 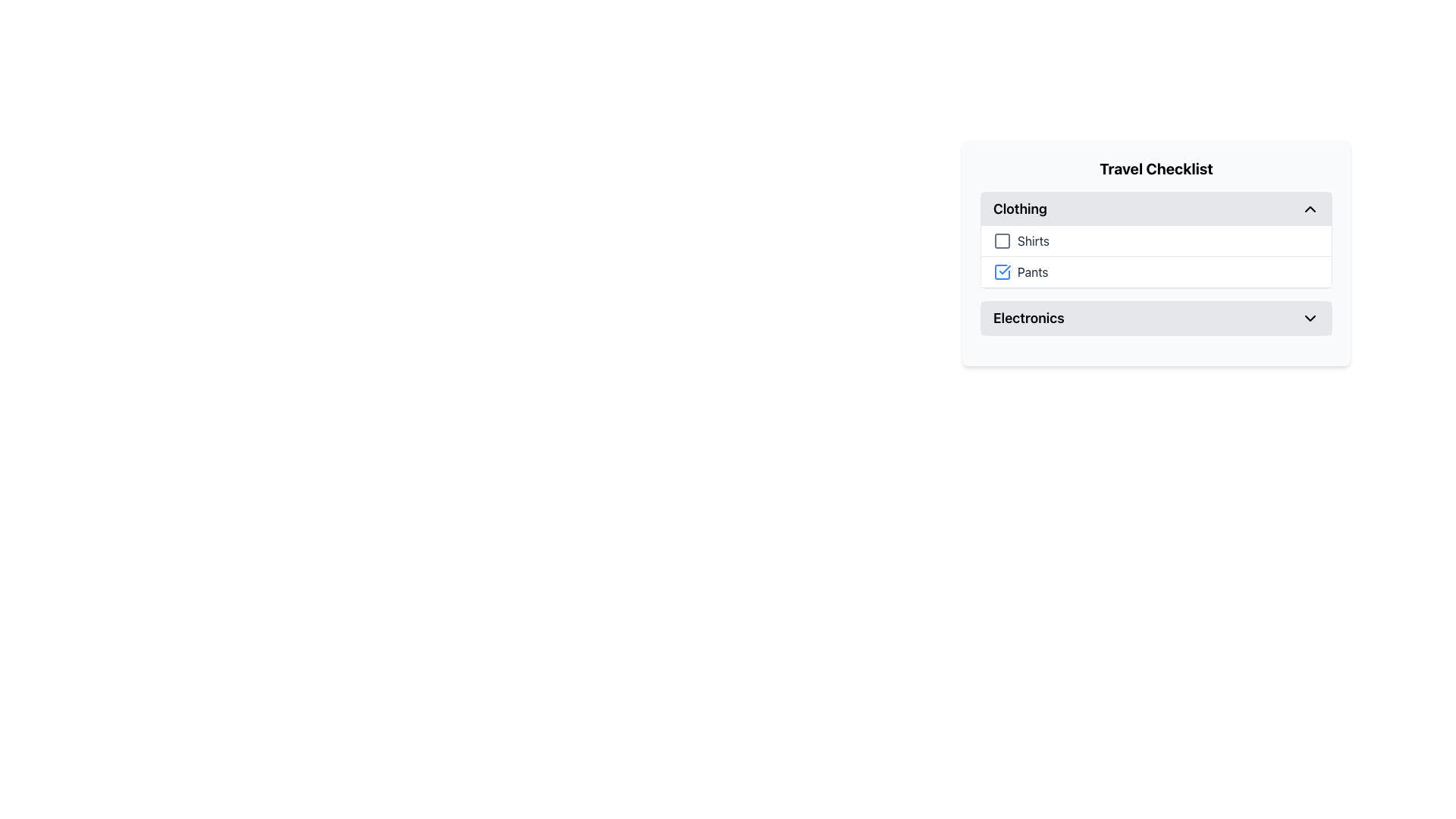 What do you see at coordinates (1002, 271) in the screenshot?
I see `the checkbox` at bounding box center [1002, 271].